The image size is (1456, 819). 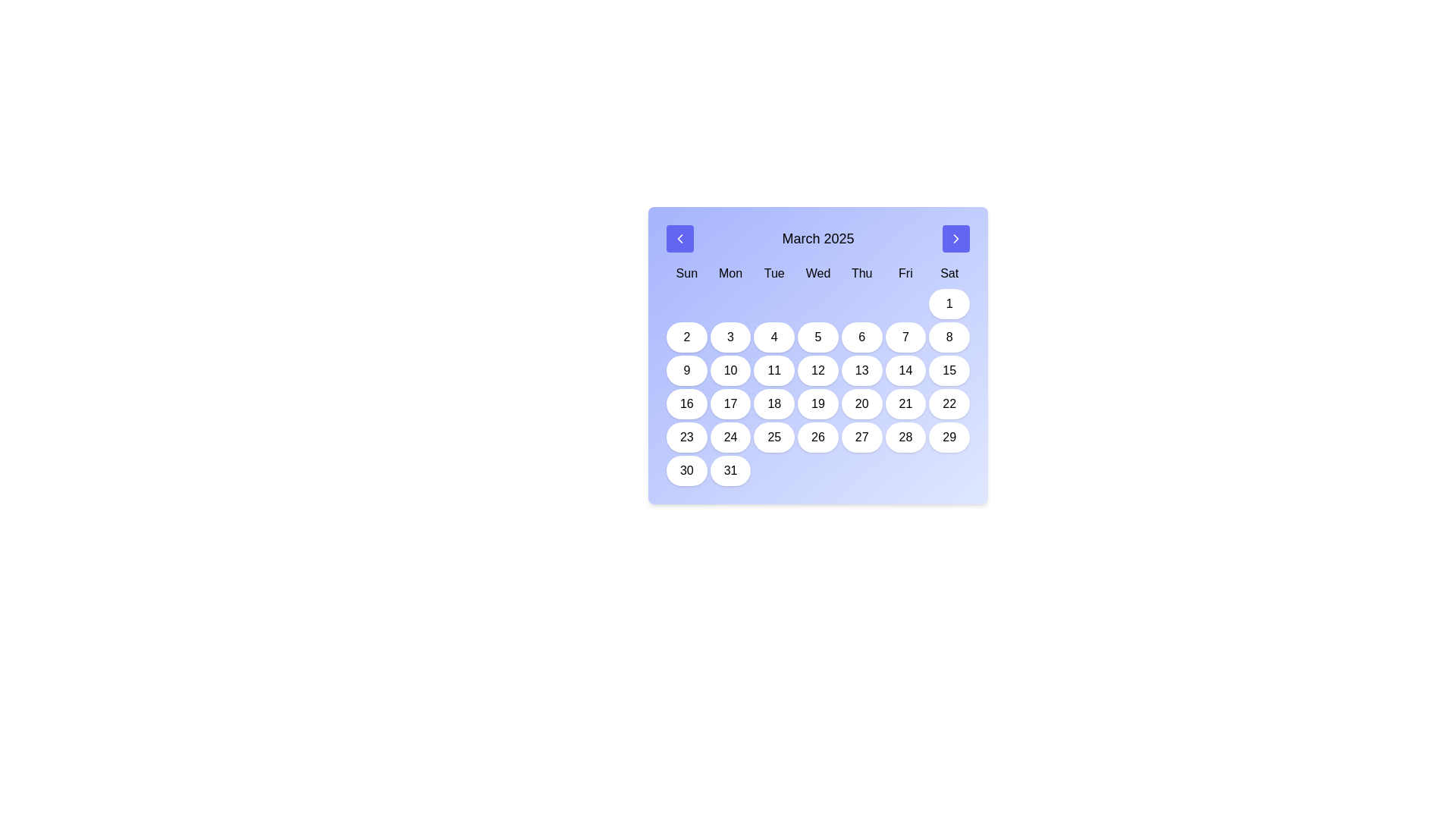 What do you see at coordinates (905, 438) in the screenshot?
I see `the button representing the date 28th in the bottom-right area of the calendar` at bounding box center [905, 438].